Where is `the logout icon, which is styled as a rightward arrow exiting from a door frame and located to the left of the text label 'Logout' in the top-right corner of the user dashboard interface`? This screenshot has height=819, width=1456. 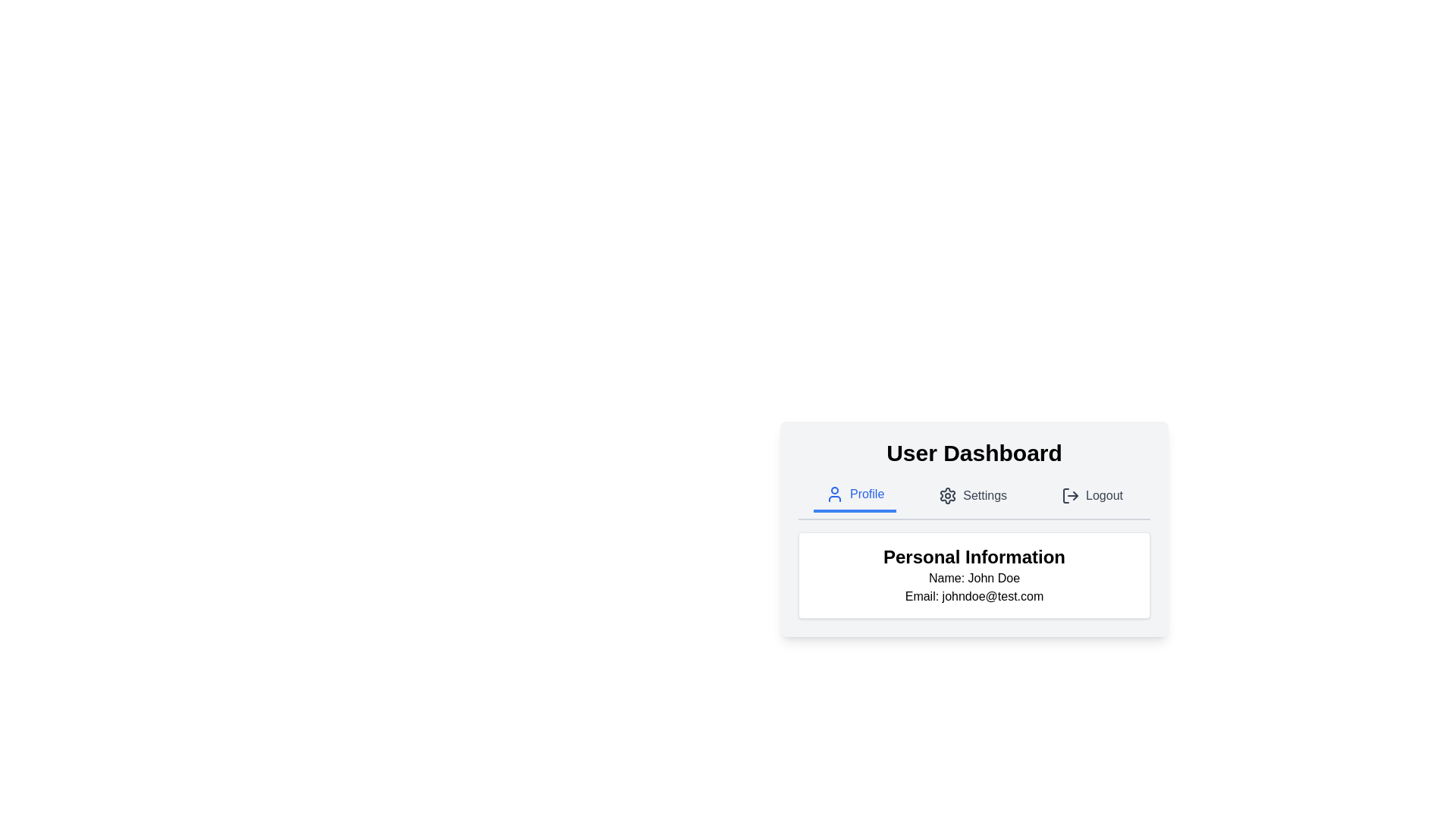 the logout icon, which is styled as a rightward arrow exiting from a door frame and located to the left of the text label 'Logout' in the top-right corner of the user dashboard interface is located at coordinates (1069, 496).